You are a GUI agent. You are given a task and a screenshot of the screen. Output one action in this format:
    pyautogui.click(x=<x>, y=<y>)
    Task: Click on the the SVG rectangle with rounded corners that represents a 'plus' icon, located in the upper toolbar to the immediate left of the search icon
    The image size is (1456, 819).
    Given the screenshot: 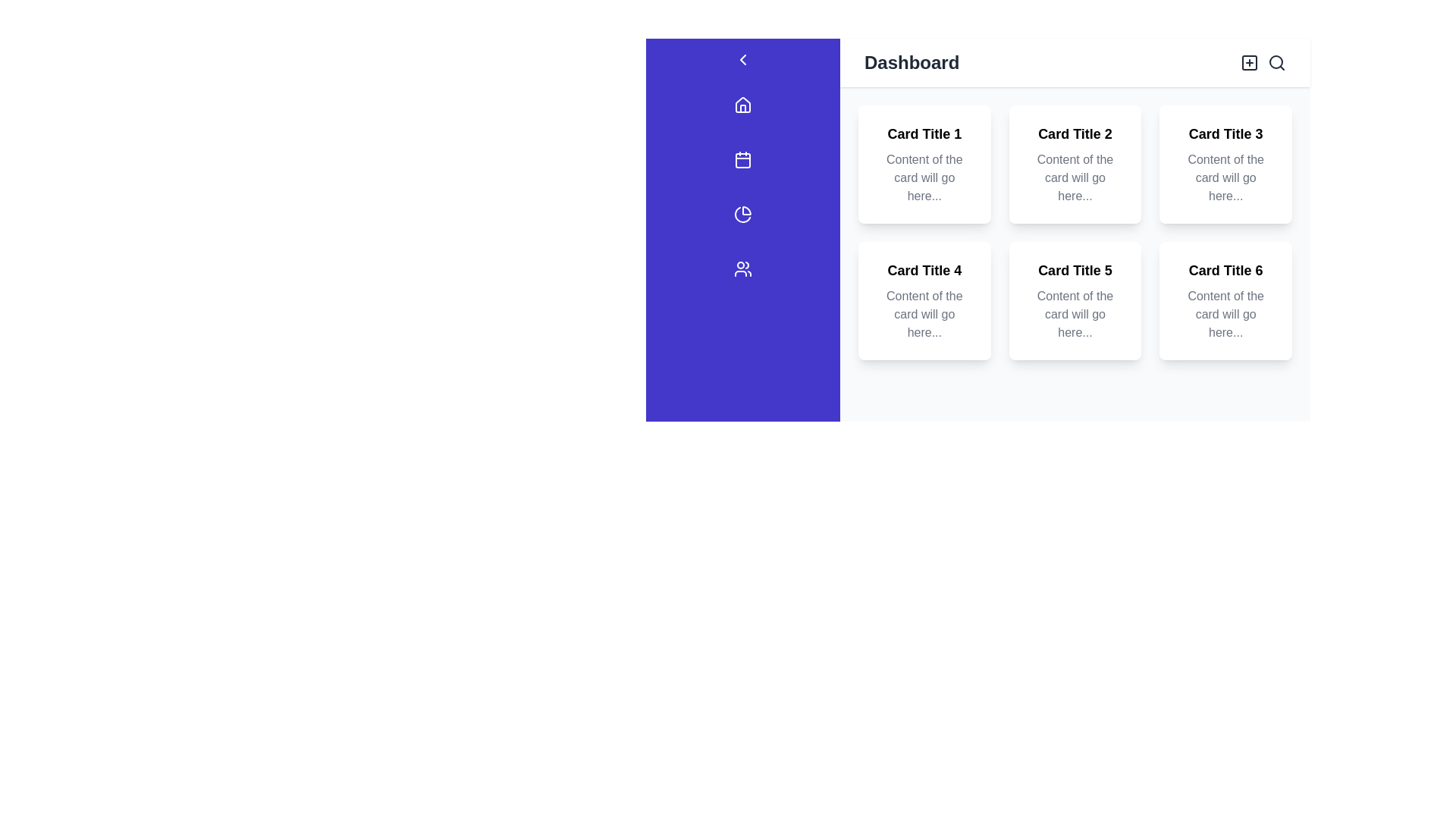 What is the action you would take?
    pyautogui.click(x=1249, y=62)
    